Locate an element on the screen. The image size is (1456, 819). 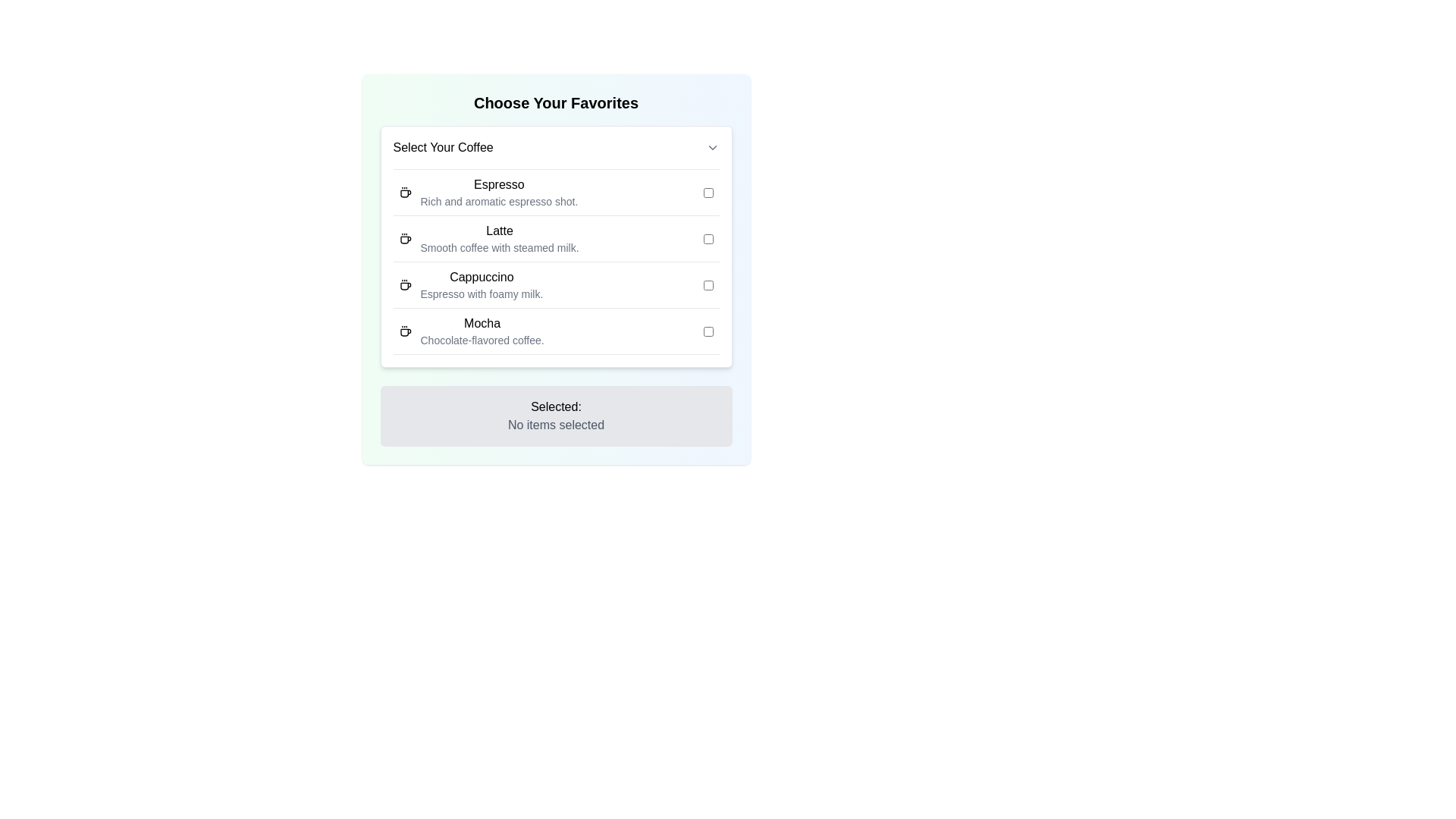
the third coffee option in the selection panel, which is labeled with its name in bold and description is located at coordinates (555, 261).